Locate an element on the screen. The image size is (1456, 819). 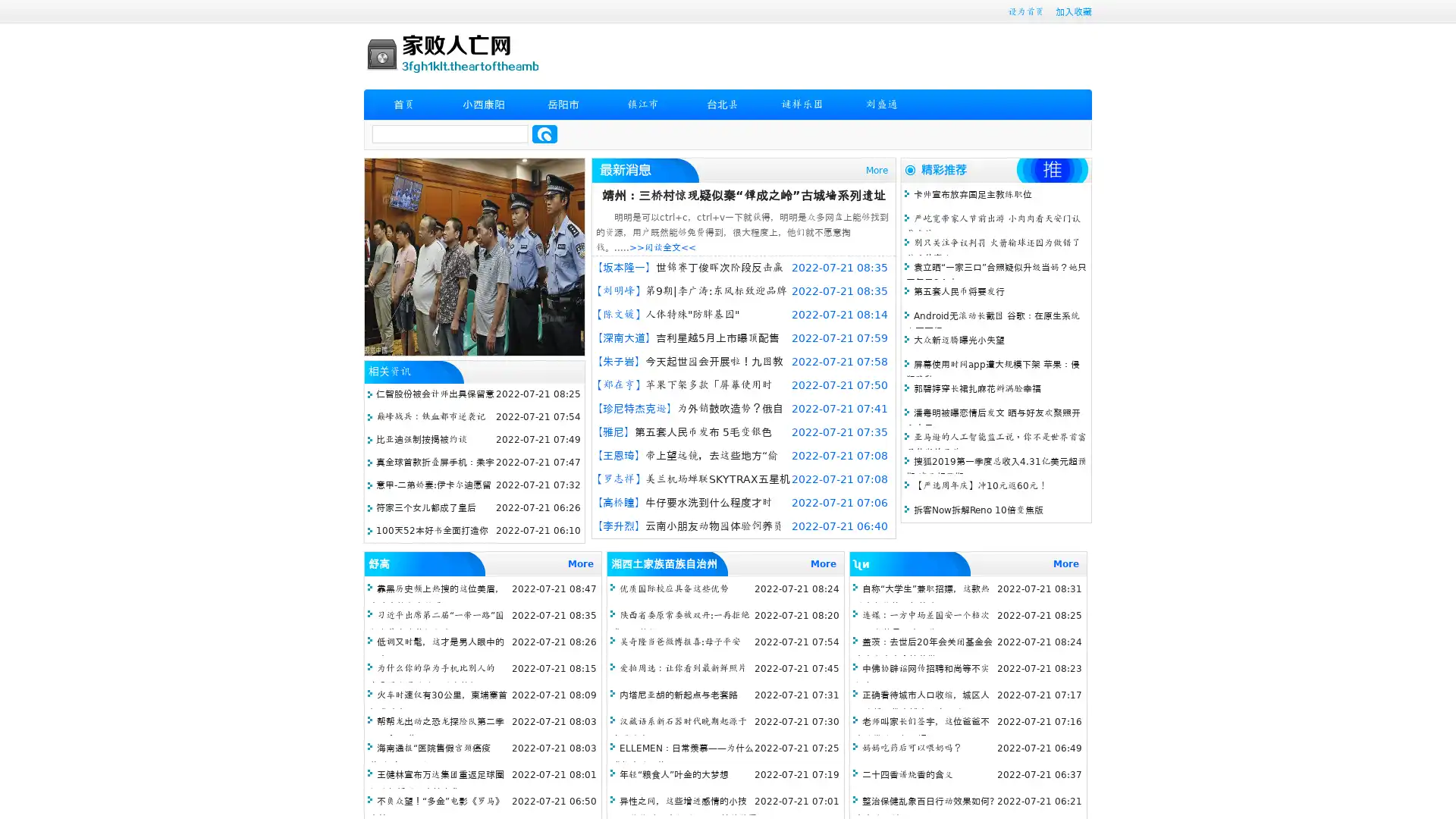
Search is located at coordinates (544, 133).